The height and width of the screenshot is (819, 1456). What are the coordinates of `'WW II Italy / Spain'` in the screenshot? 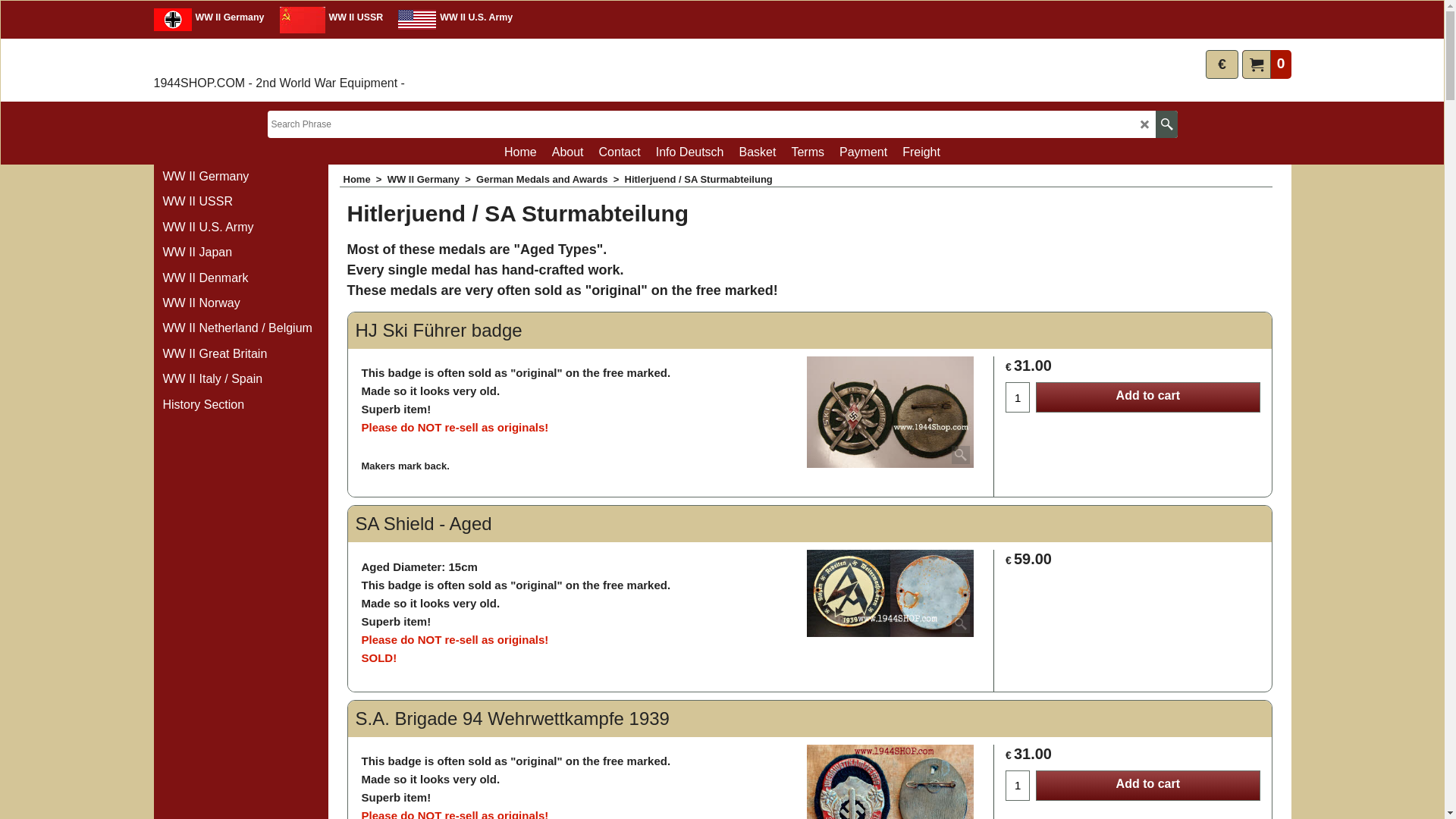 It's located at (160, 378).